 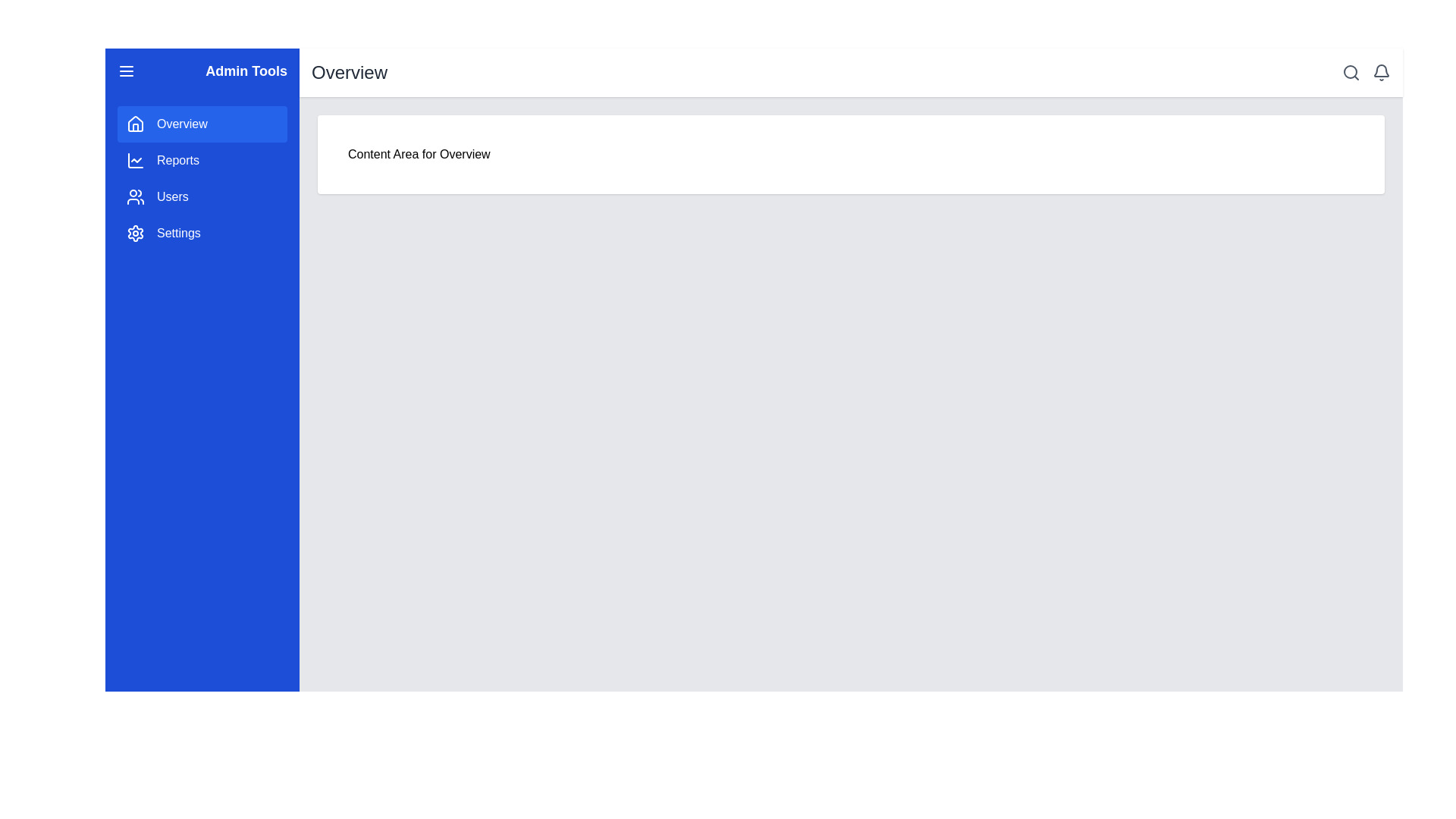 I want to click on the settings icon located in the blue sidebar menu, which is the fourth icon from the top, so click(x=135, y=234).